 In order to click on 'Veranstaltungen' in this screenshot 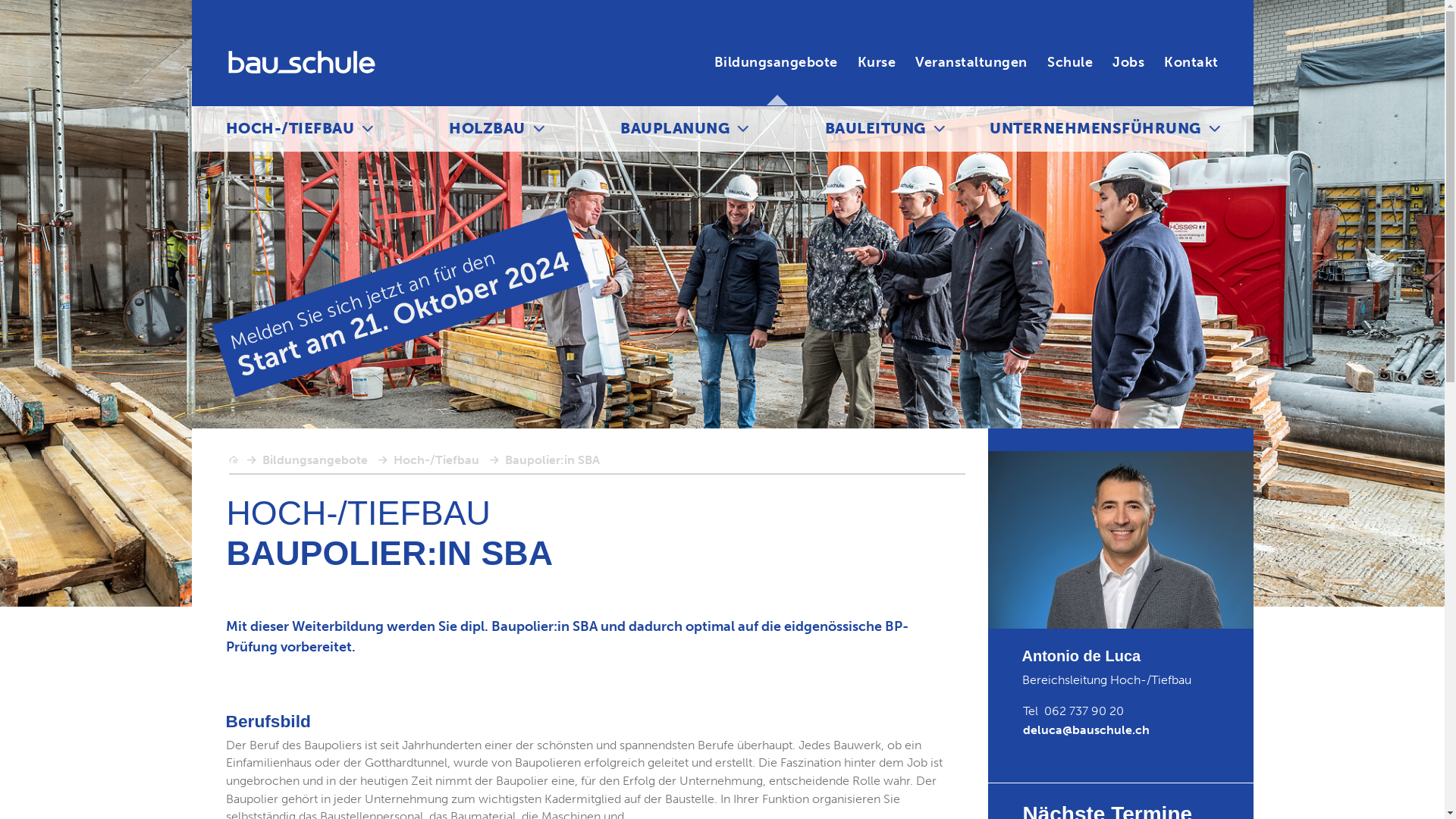, I will do `click(971, 61)`.